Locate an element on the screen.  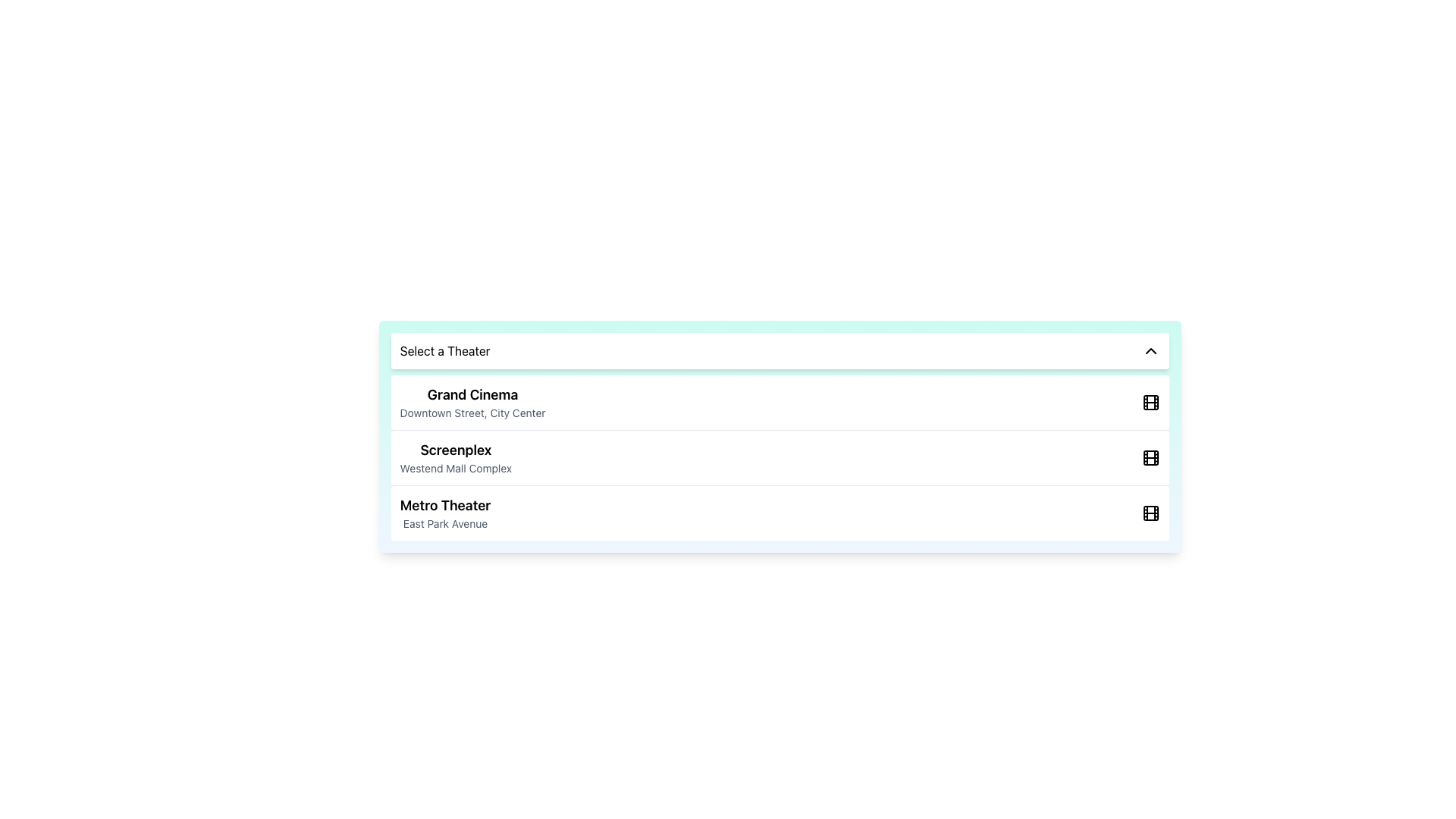
the static text element reading 'Screenplex', which is bold and larger than adjacent text, located in the middle entry of the theater list is located at coordinates (455, 450).